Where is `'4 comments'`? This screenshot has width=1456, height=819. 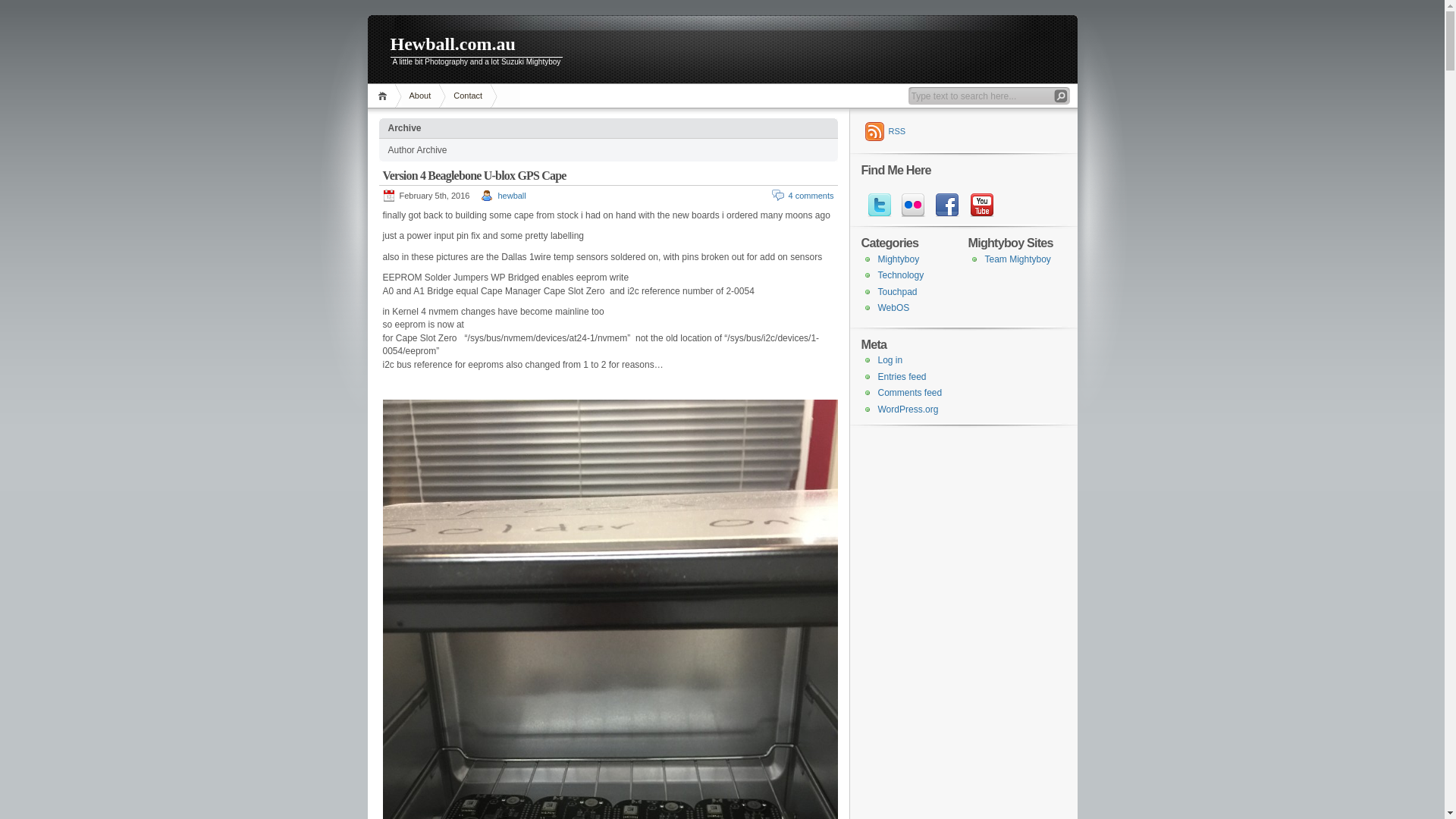
'4 comments' is located at coordinates (811, 195).